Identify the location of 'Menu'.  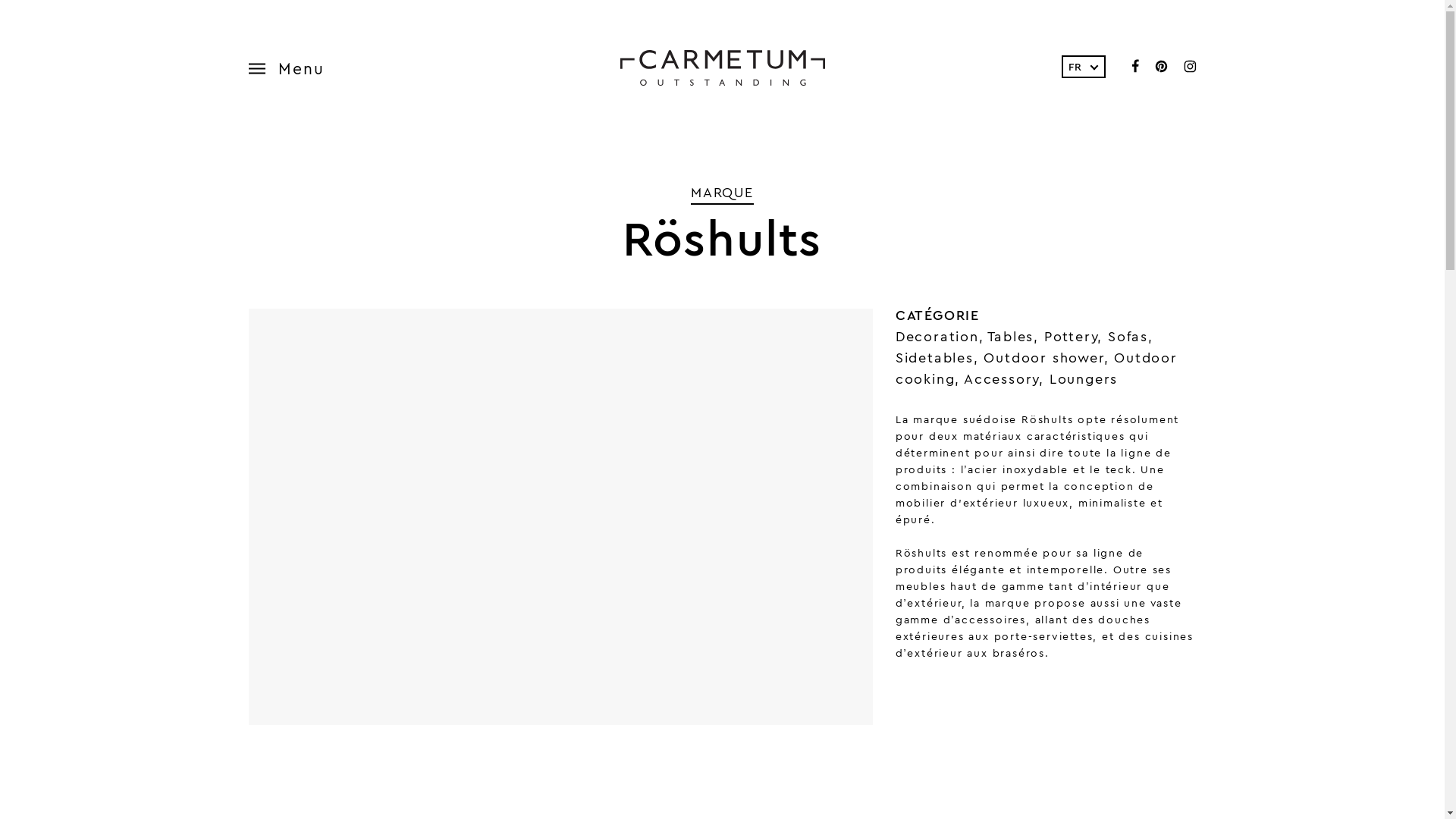
(294, 67).